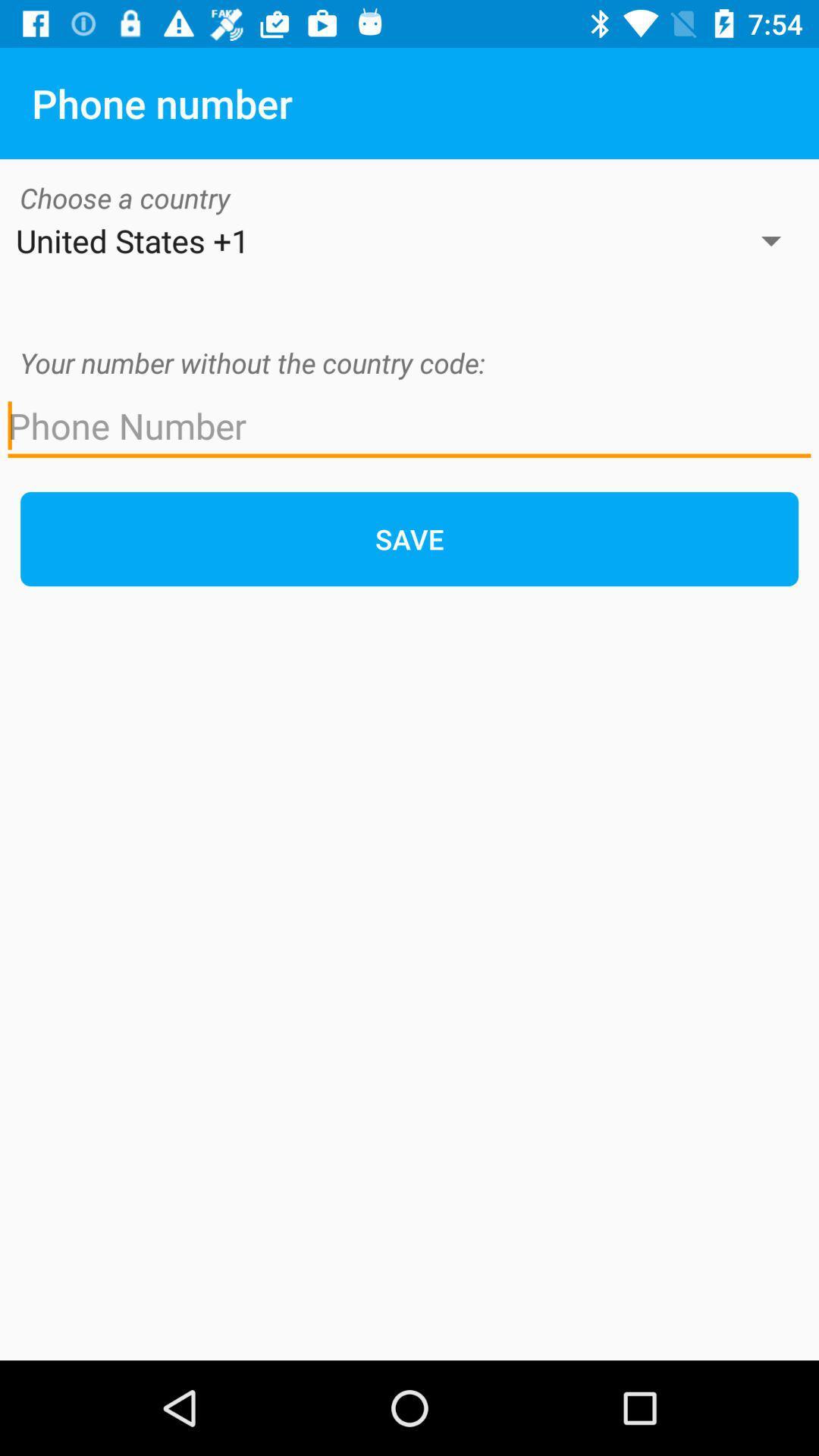  Describe the element at coordinates (409, 425) in the screenshot. I see `phone number entry field` at that location.